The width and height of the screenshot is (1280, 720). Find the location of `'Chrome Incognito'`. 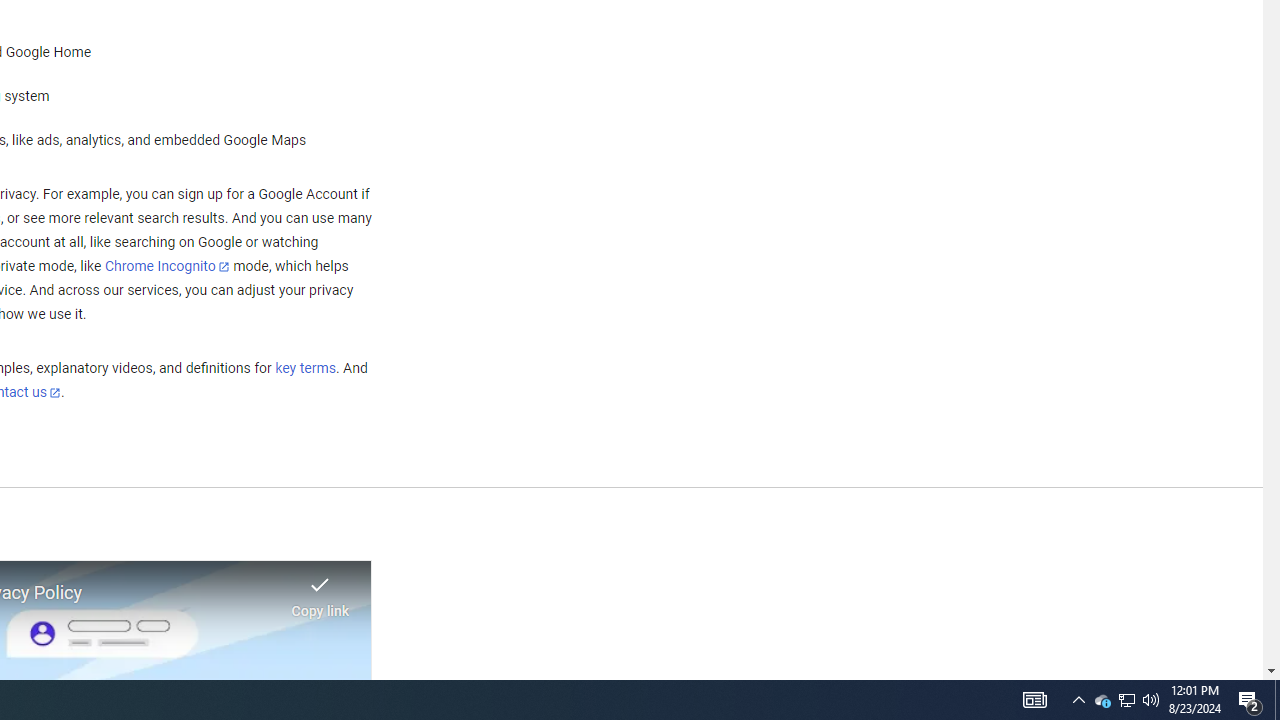

'Chrome Incognito' is located at coordinates (167, 265).